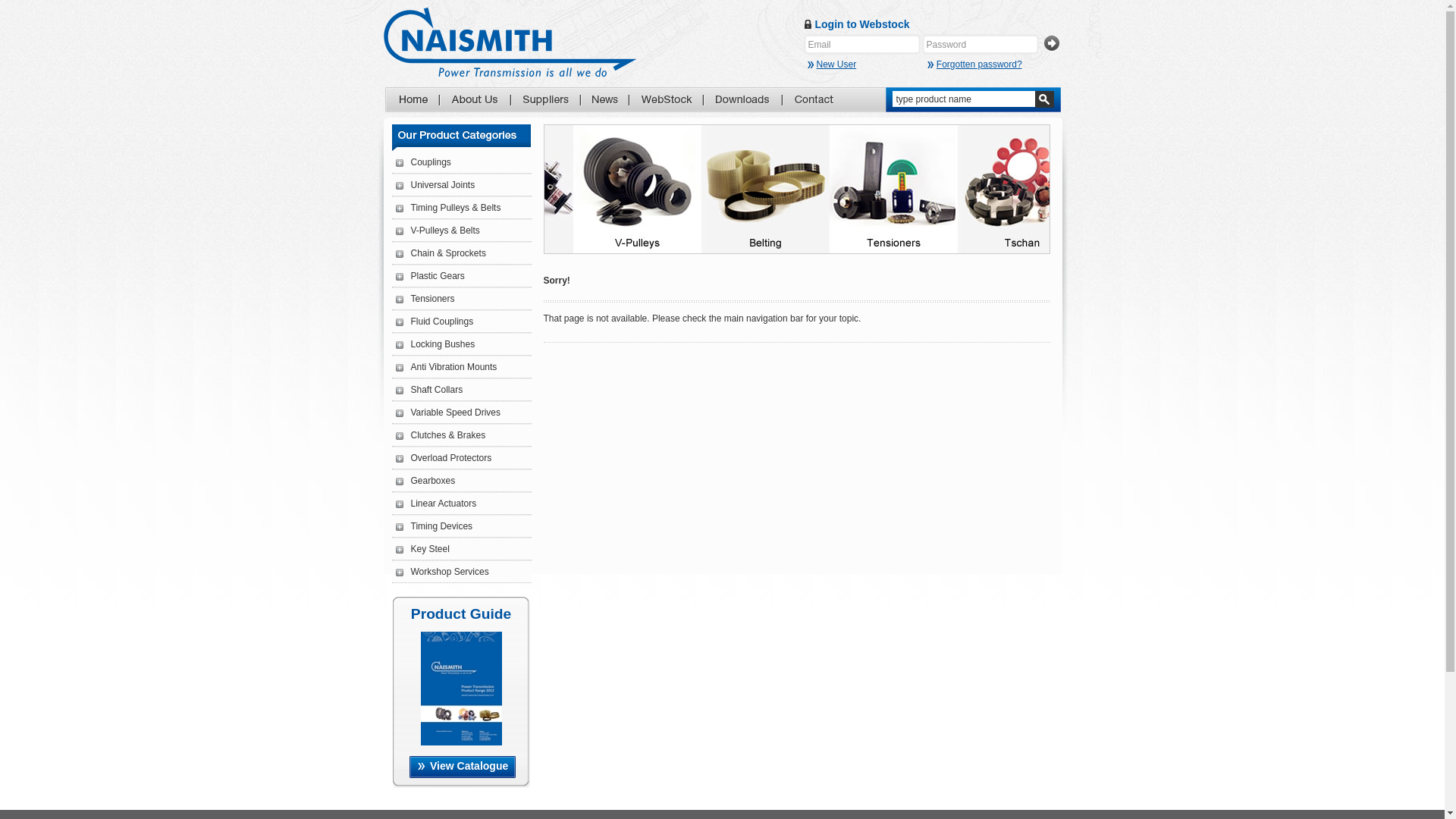  I want to click on 'Plastic Gears', so click(429, 275).